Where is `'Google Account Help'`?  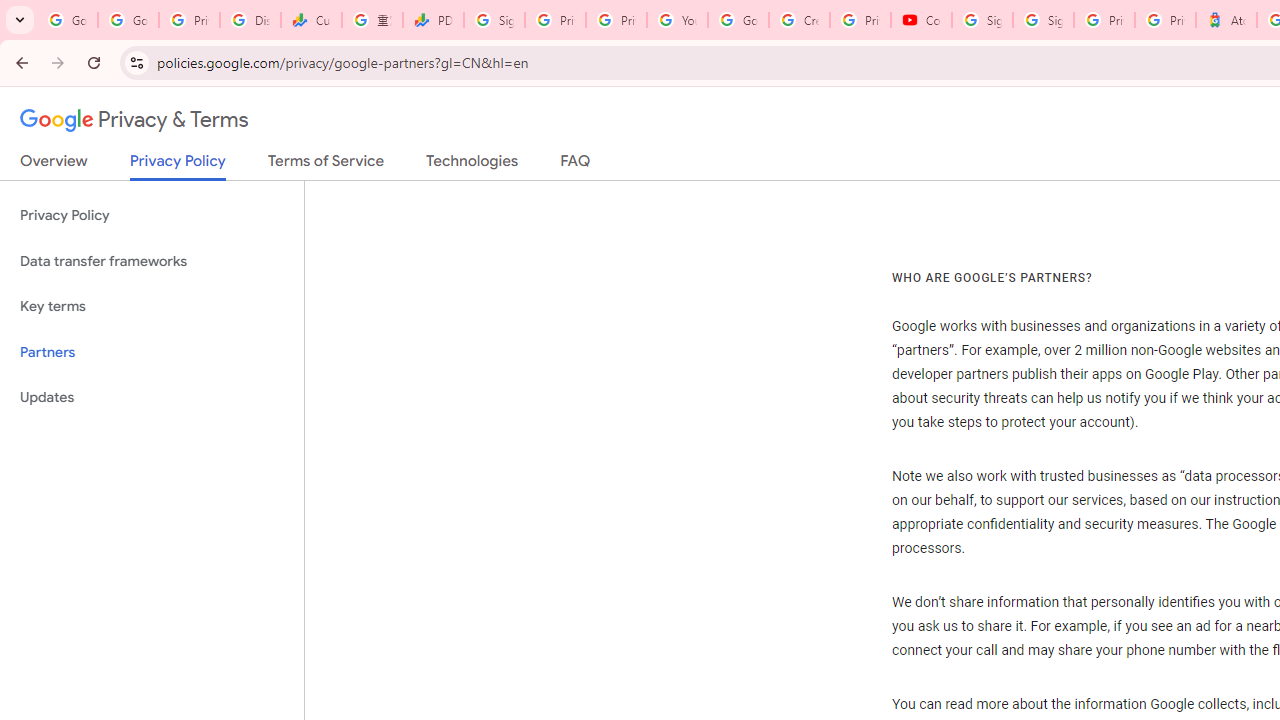
'Google Account Help' is located at coordinates (737, 20).